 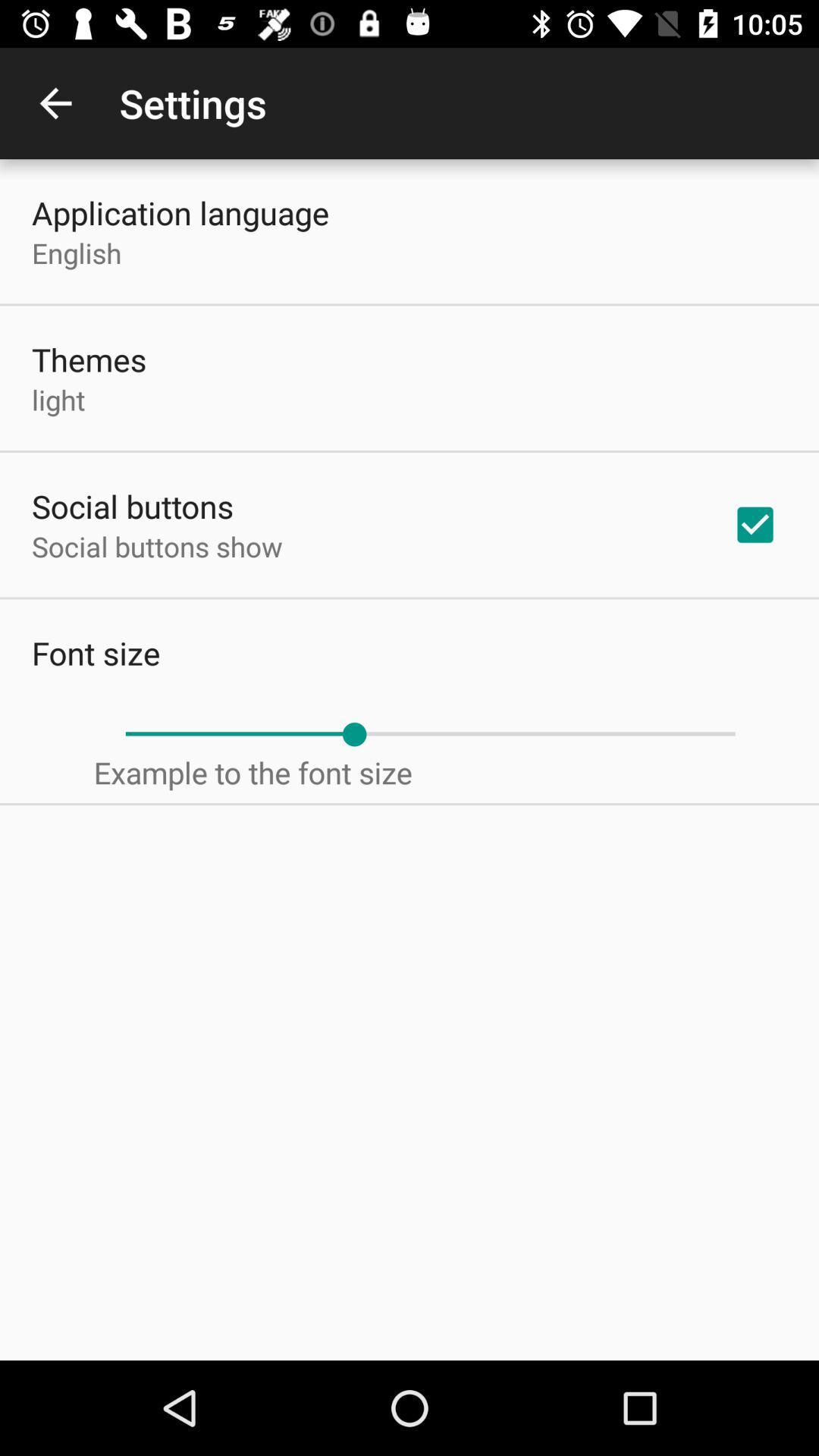 What do you see at coordinates (430, 734) in the screenshot?
I see `item above the example to the item` at bounding box center [430, 734].